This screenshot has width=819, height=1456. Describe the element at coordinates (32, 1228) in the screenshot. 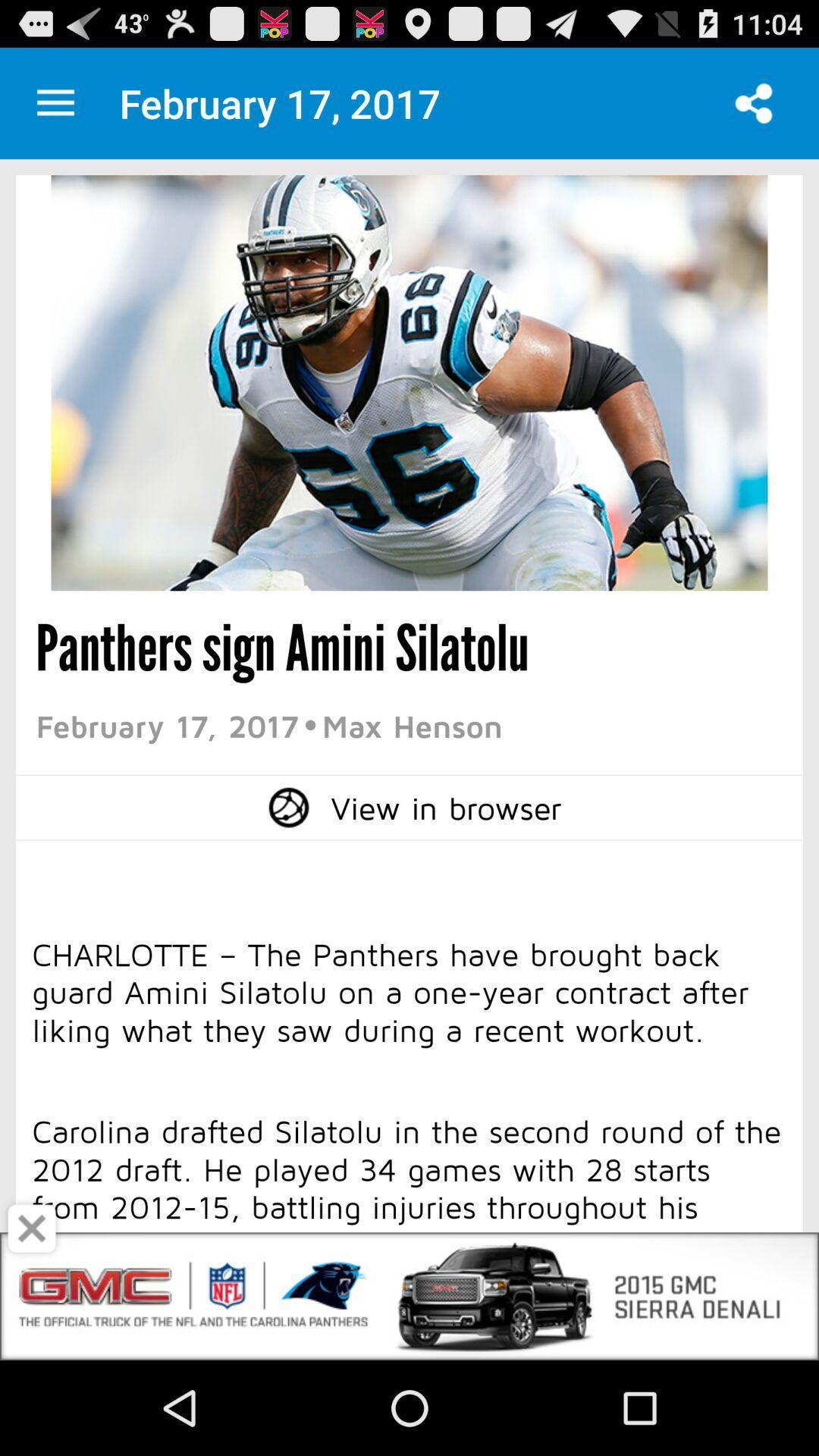

I see `x out of this page` at that location.